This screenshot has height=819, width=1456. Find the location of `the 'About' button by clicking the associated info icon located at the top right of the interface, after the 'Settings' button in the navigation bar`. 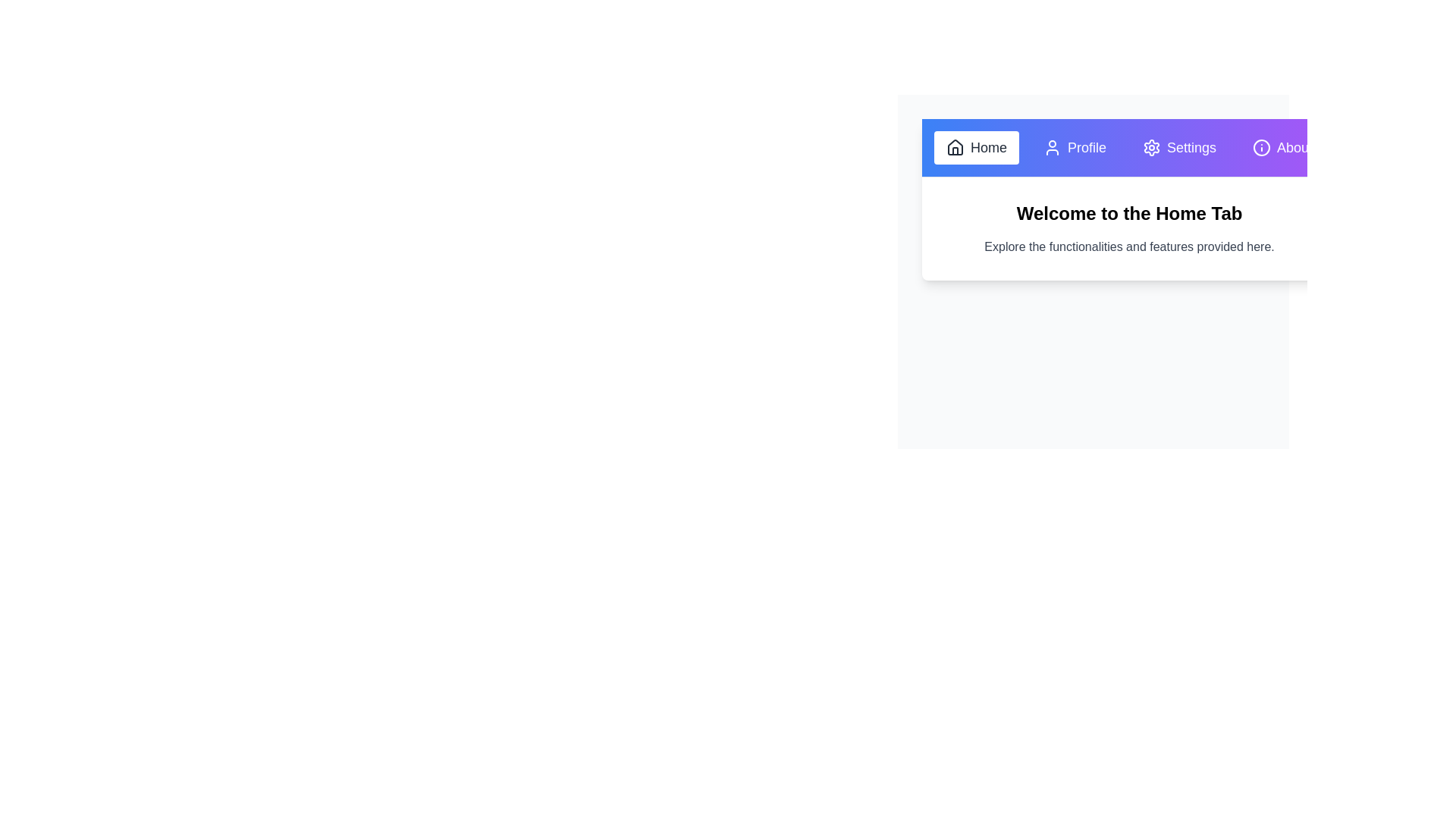

the 'About' button by clicking the associated info icon located at the top right of the interface, after the 'Settings' button in the navigation bar is located at coordinates (1262, 148).